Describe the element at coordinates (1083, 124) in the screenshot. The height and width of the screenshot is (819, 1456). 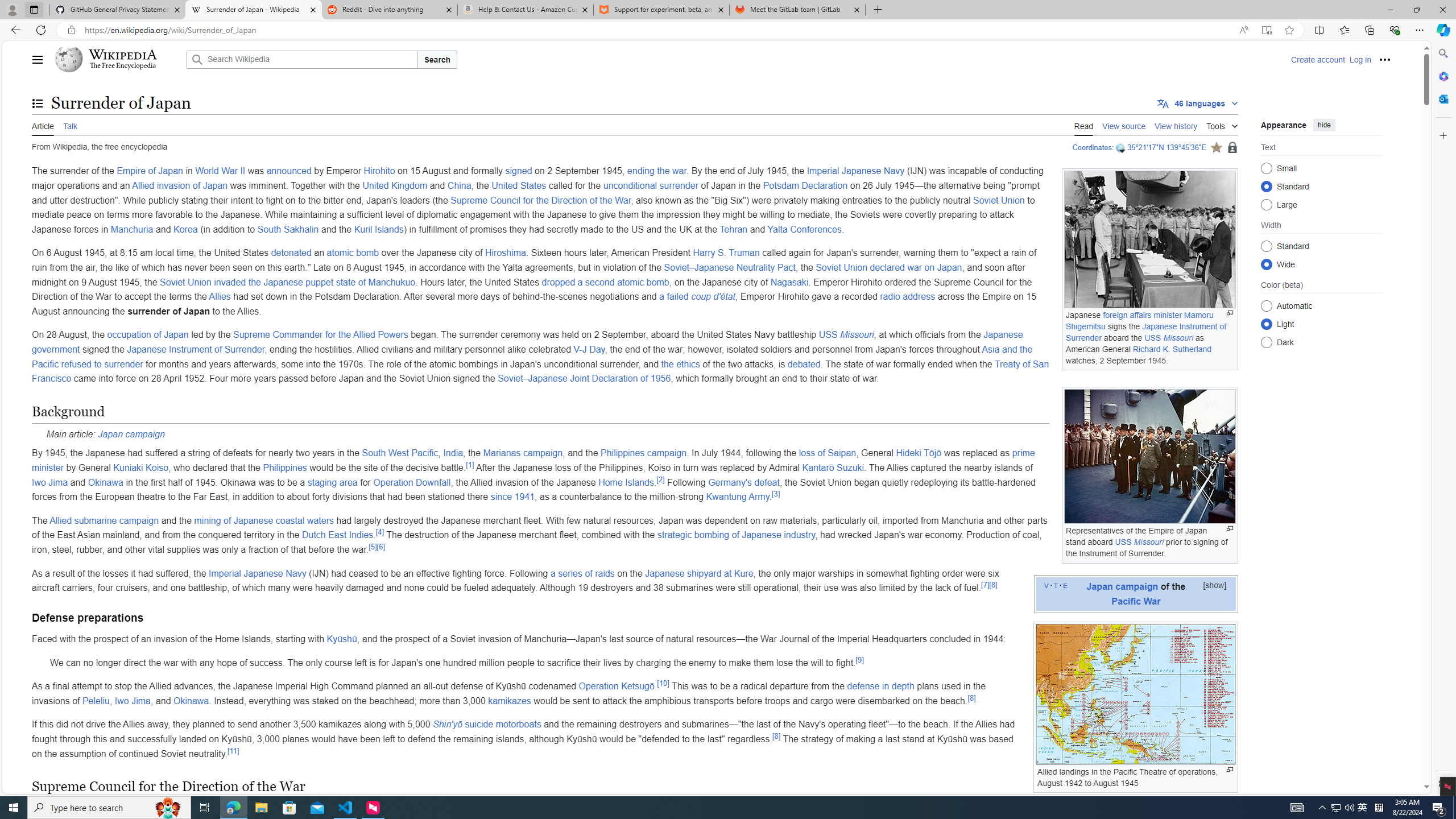
I see `'Read'` at that location.